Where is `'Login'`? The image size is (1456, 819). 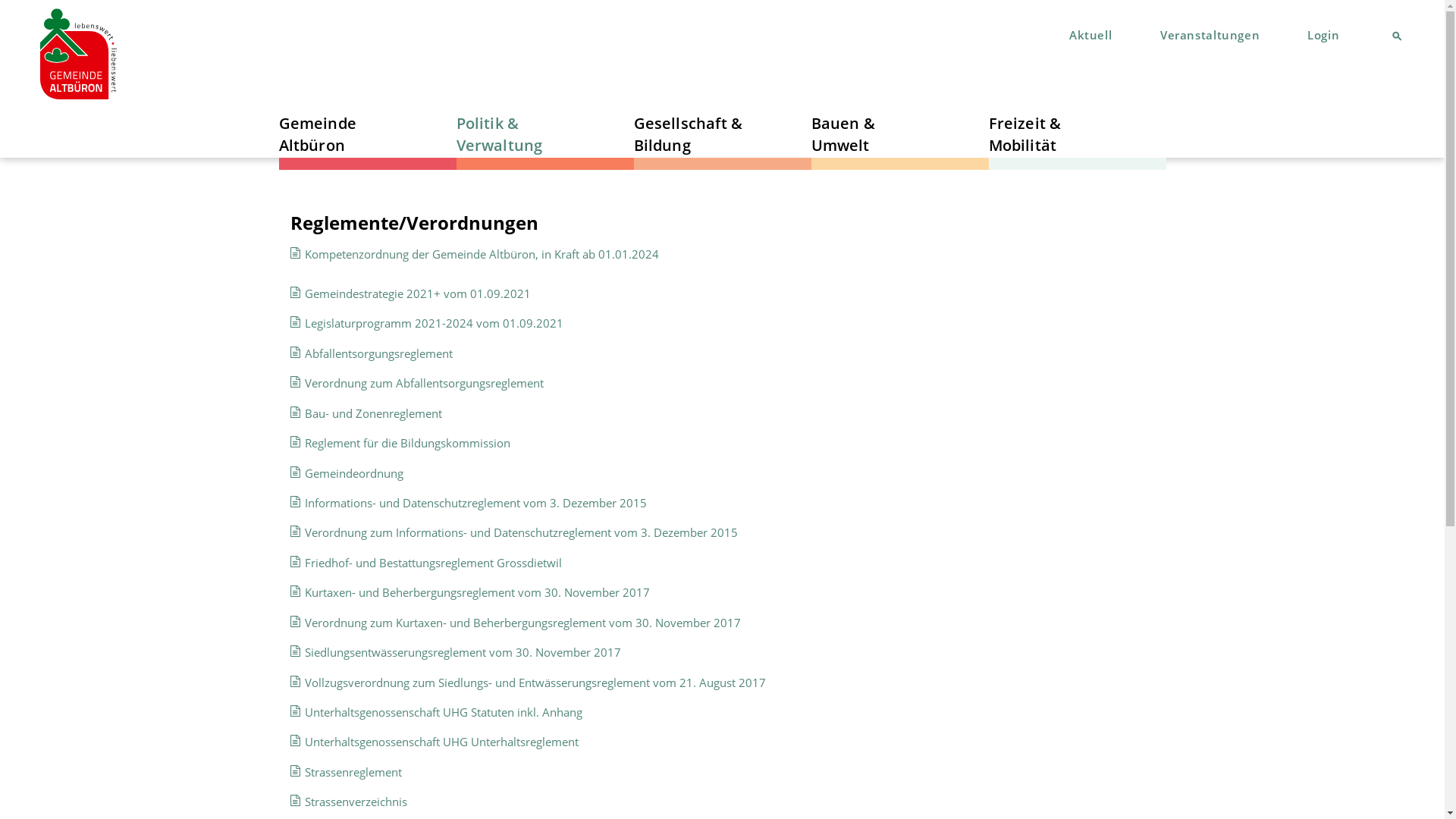 'Login' is located at coordinates (1323, 34).